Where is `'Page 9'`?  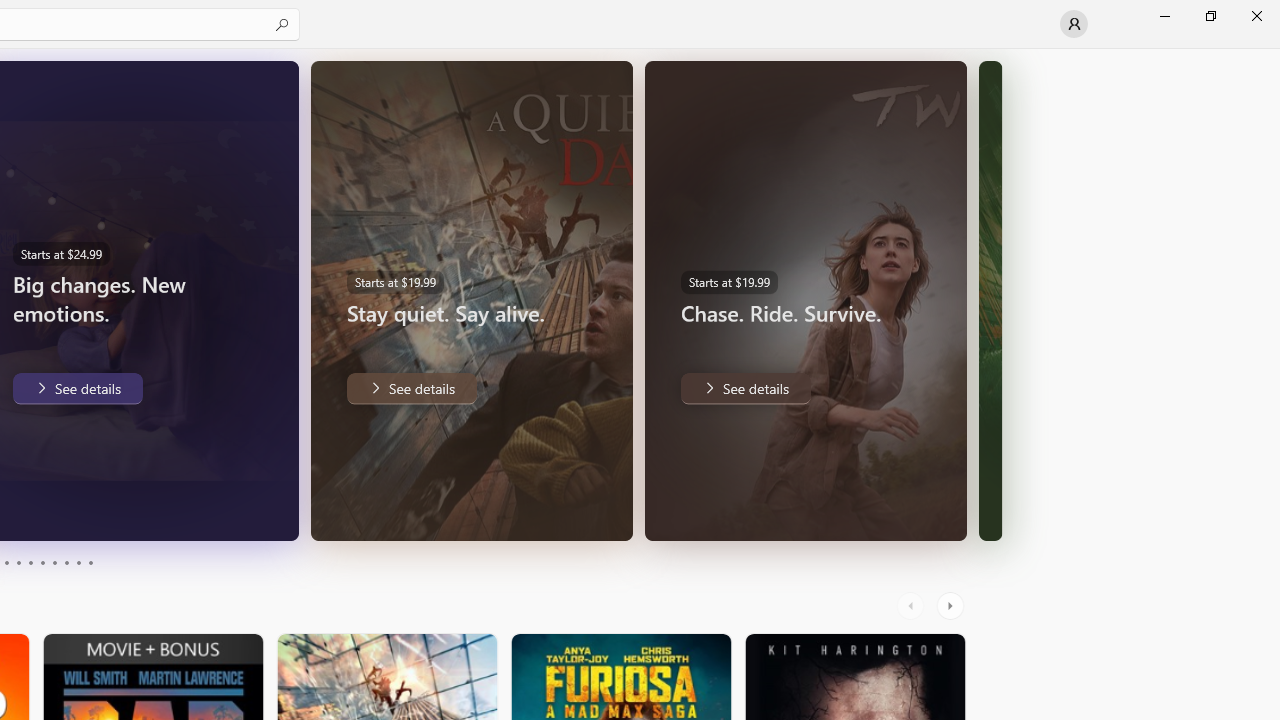 'Page 9' is located at coordinates (78, 563).